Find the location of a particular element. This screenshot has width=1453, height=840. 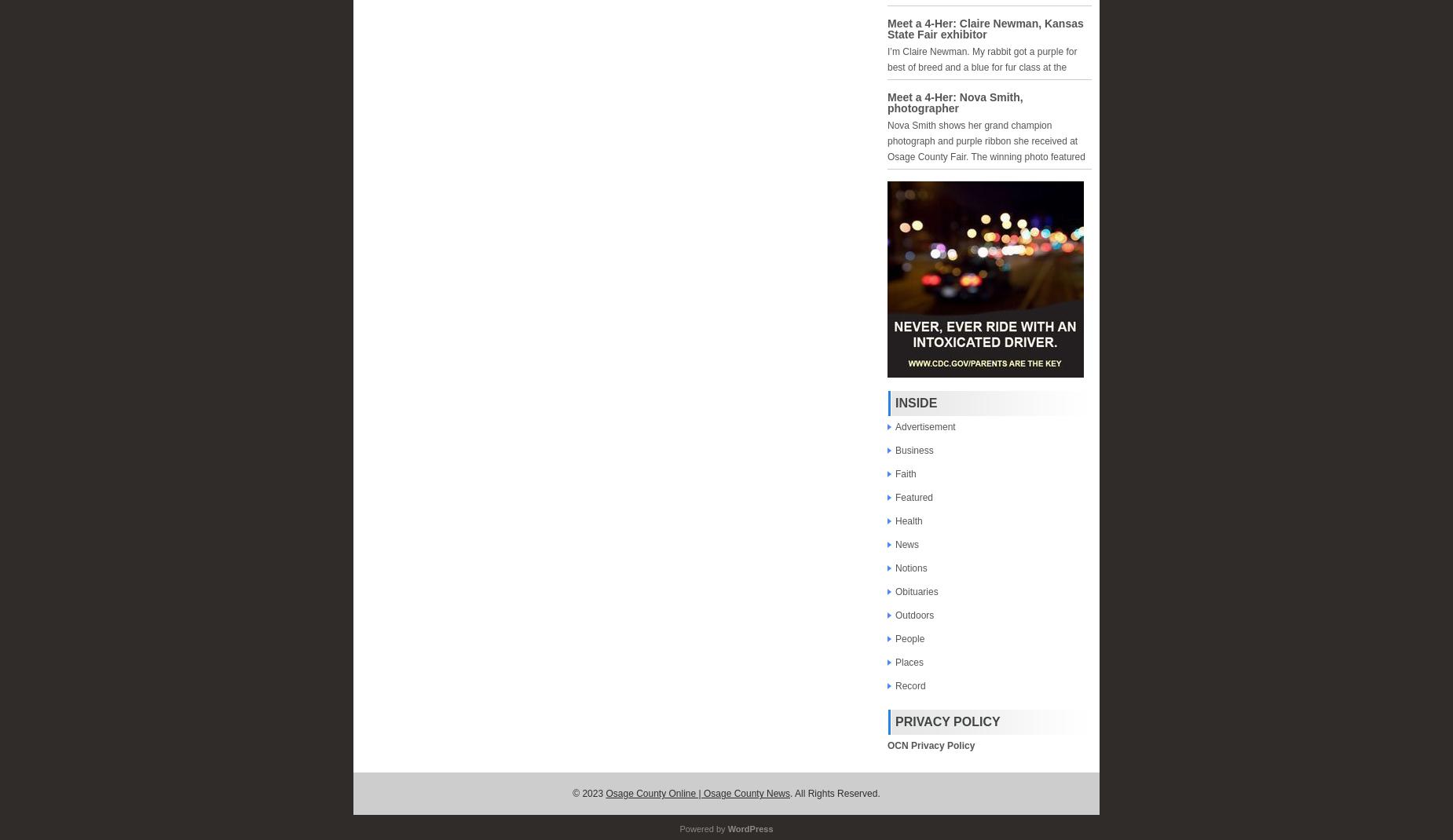

'Meet a 4-Her: Claire Newman, Kansas State Fair exhibitor' is located at coordinates (984, 28).